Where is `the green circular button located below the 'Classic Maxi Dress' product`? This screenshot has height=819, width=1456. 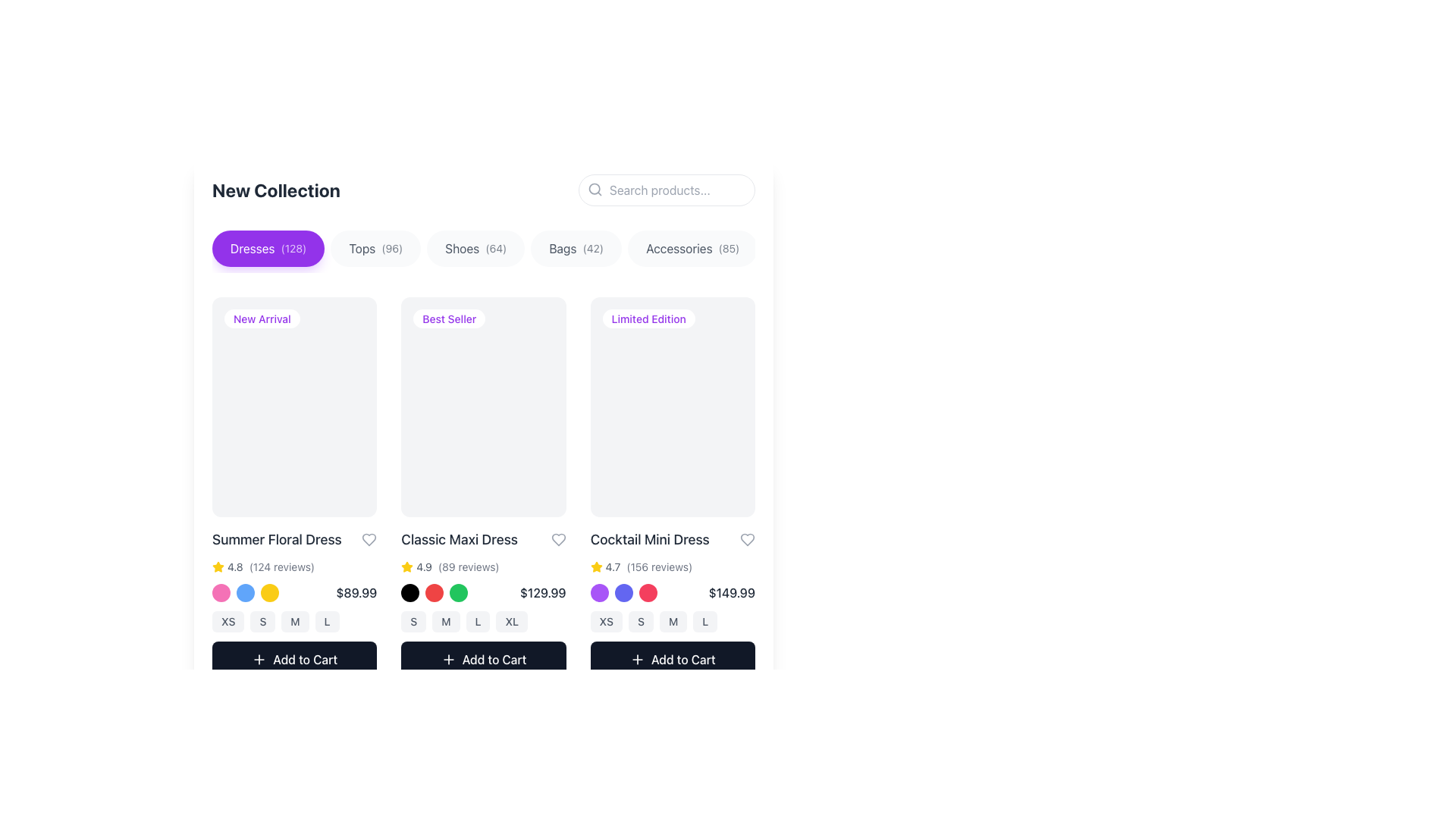 the green circular button located below the 'Classic Maxi Dress' product is located at coordinates (458, 591).